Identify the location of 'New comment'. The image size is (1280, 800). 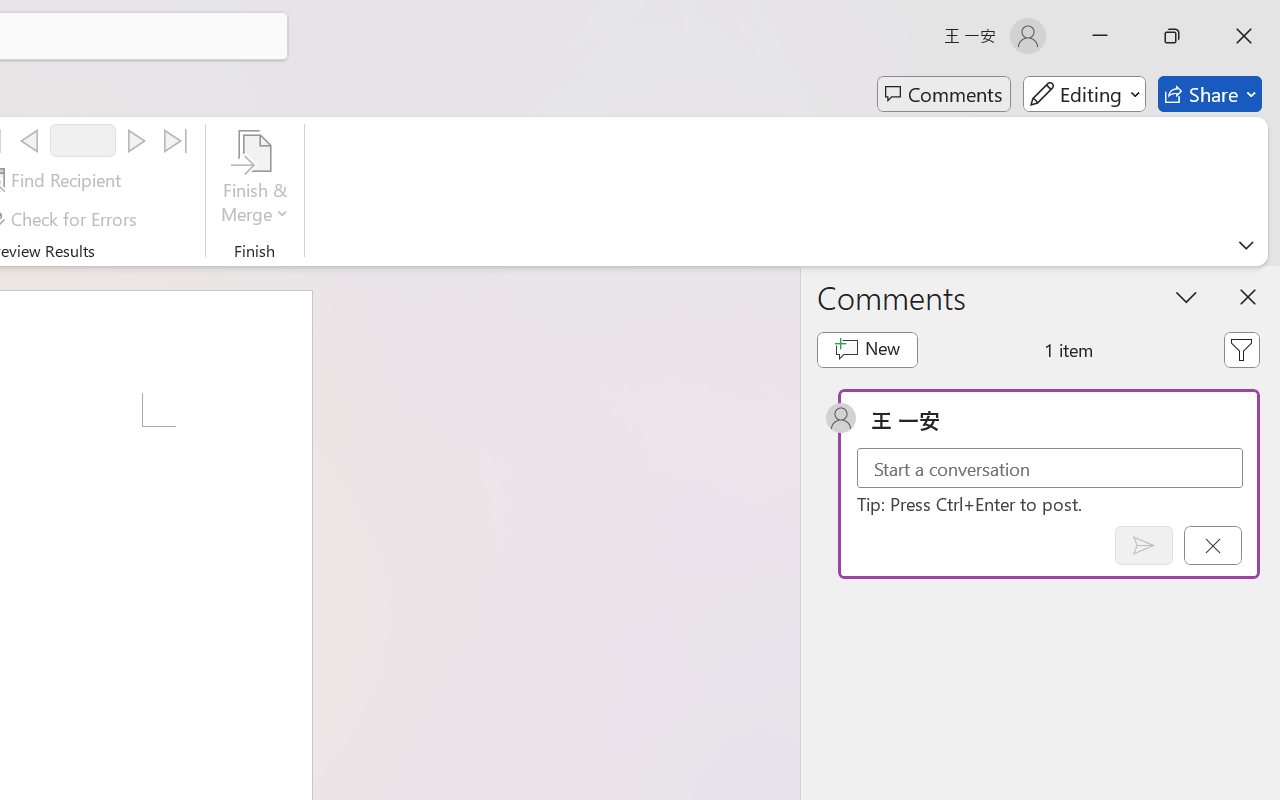
(867, 350).